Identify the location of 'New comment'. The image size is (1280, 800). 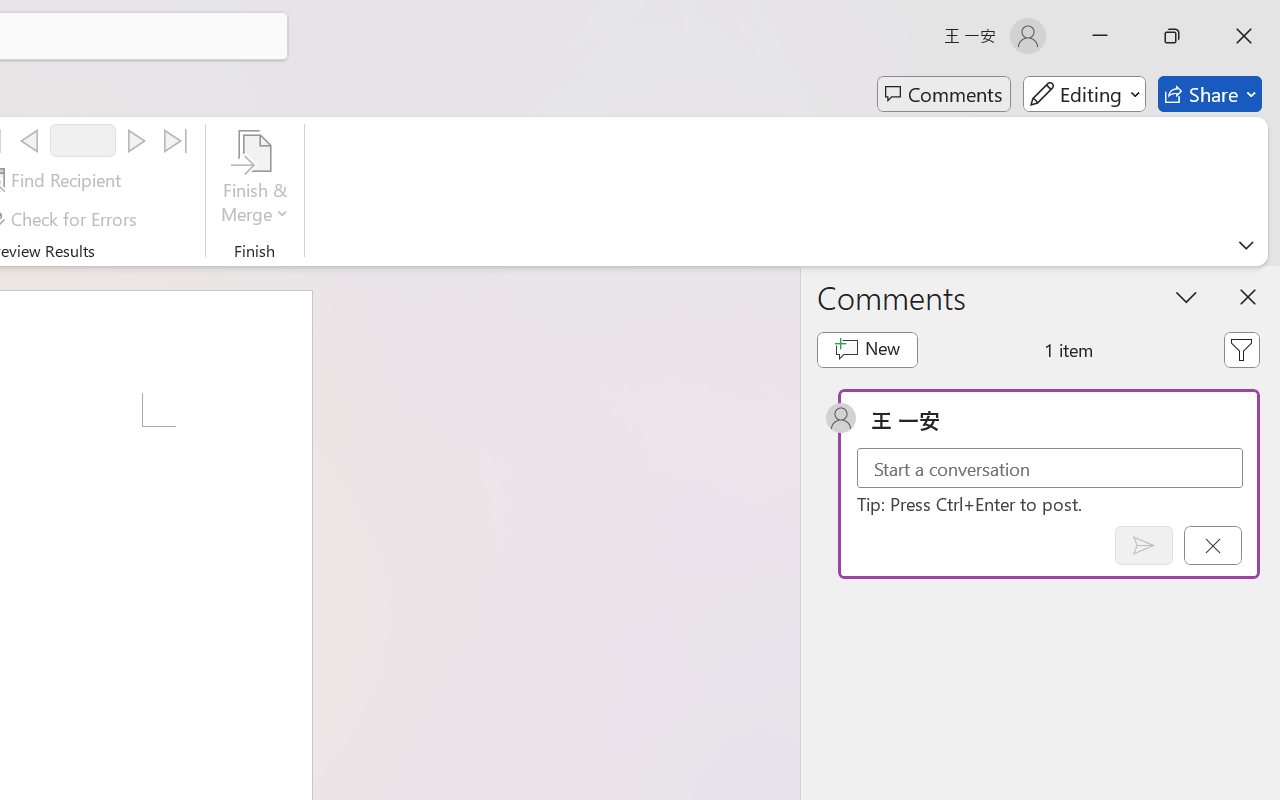
(867, 350).